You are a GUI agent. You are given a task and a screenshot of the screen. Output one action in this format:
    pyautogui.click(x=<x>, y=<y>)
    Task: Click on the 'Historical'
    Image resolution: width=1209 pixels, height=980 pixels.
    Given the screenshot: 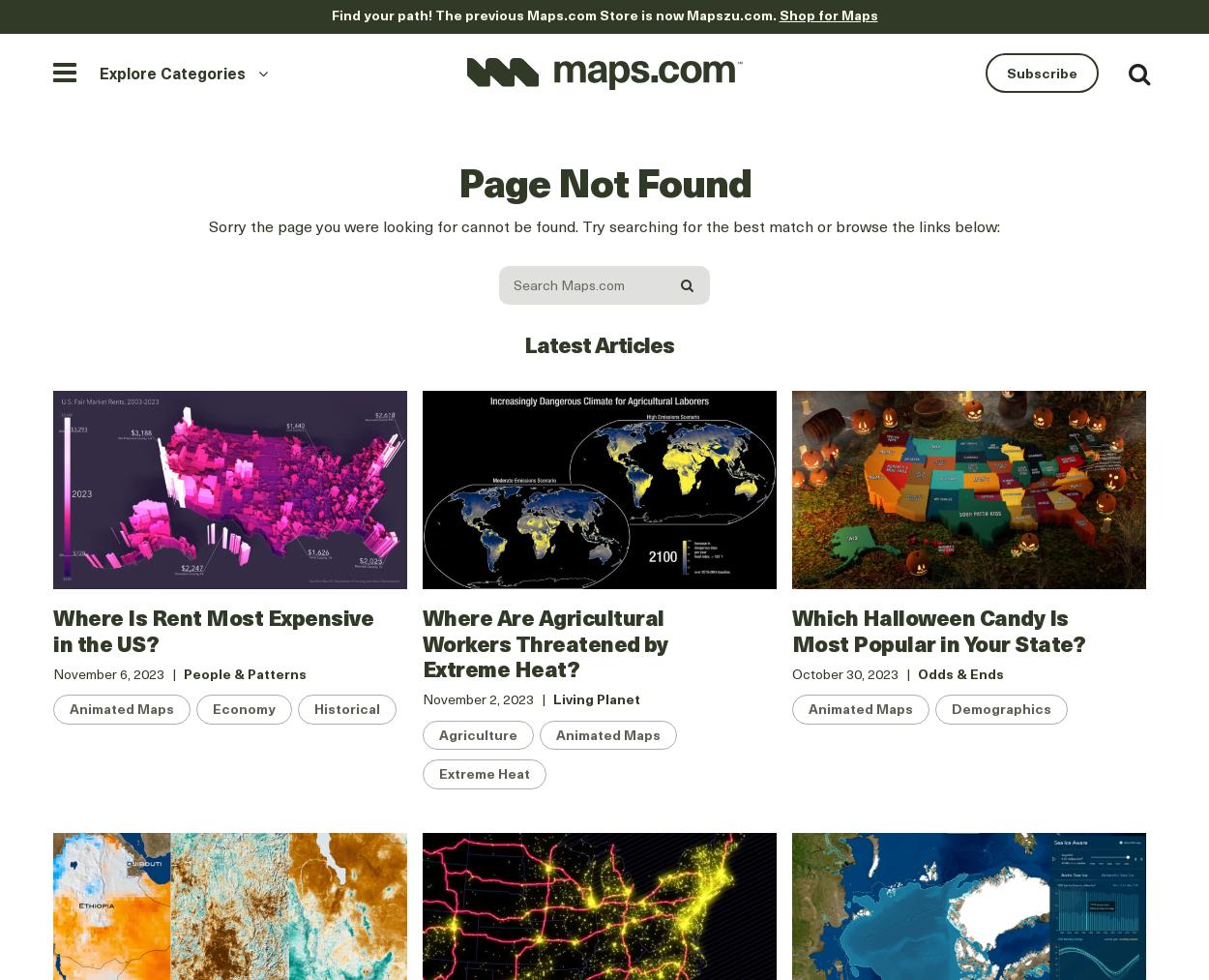 What is the action you would take?
    pyautogui.click(x=346, y=708)
    